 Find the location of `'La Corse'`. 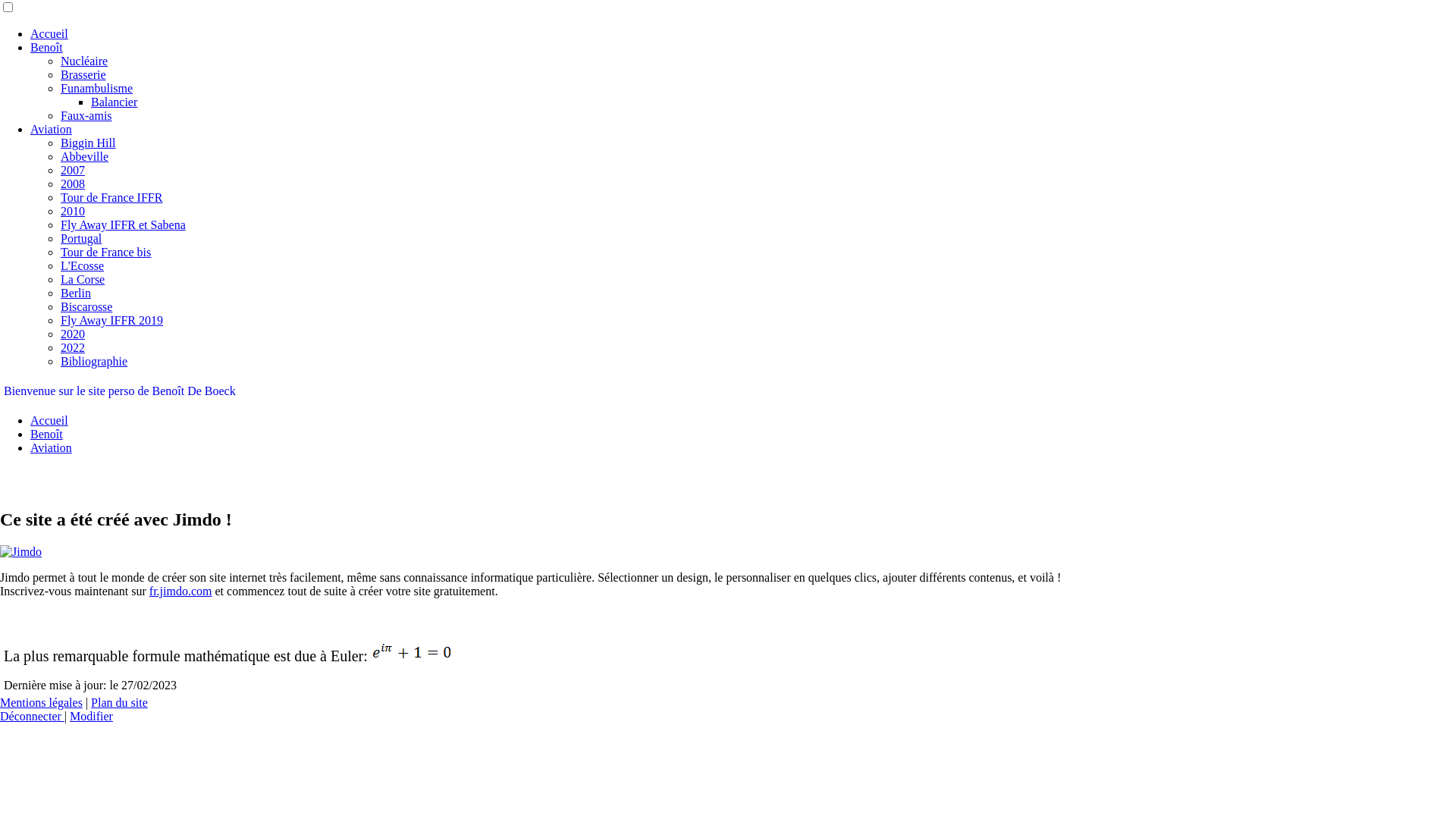

'La Corse' is located at coordinates (61, 279).